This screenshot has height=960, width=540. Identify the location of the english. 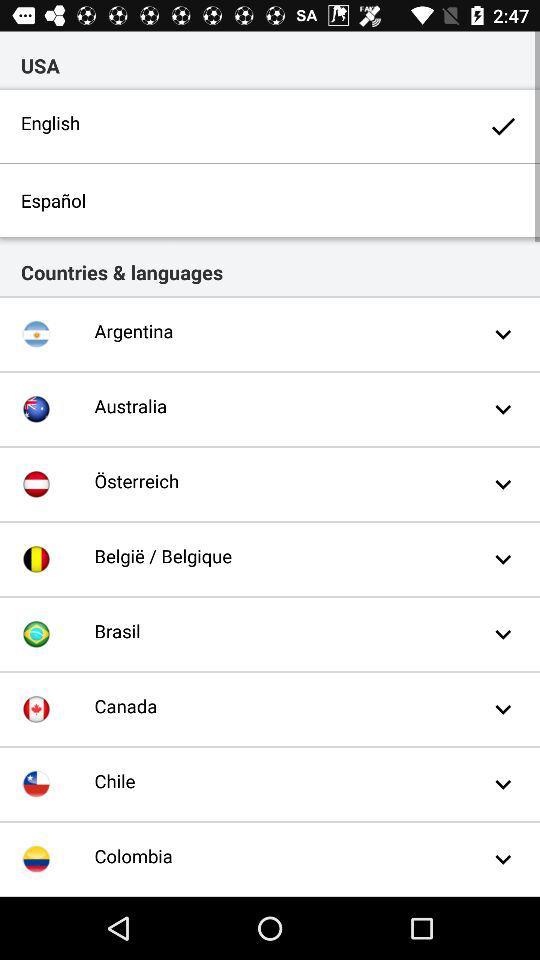
(270, 125).